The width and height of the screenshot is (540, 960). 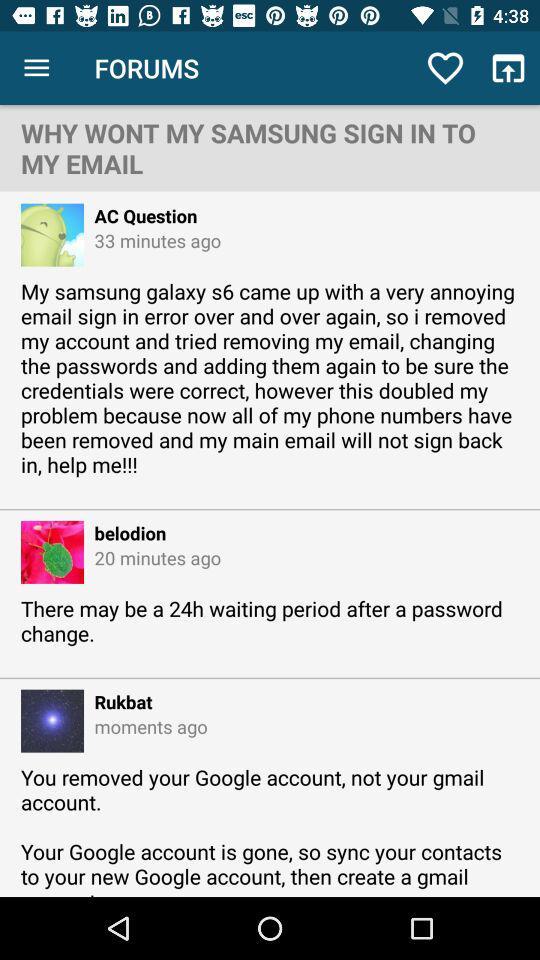 I want to click on icon below the there may be, so click(x=118, y=701).